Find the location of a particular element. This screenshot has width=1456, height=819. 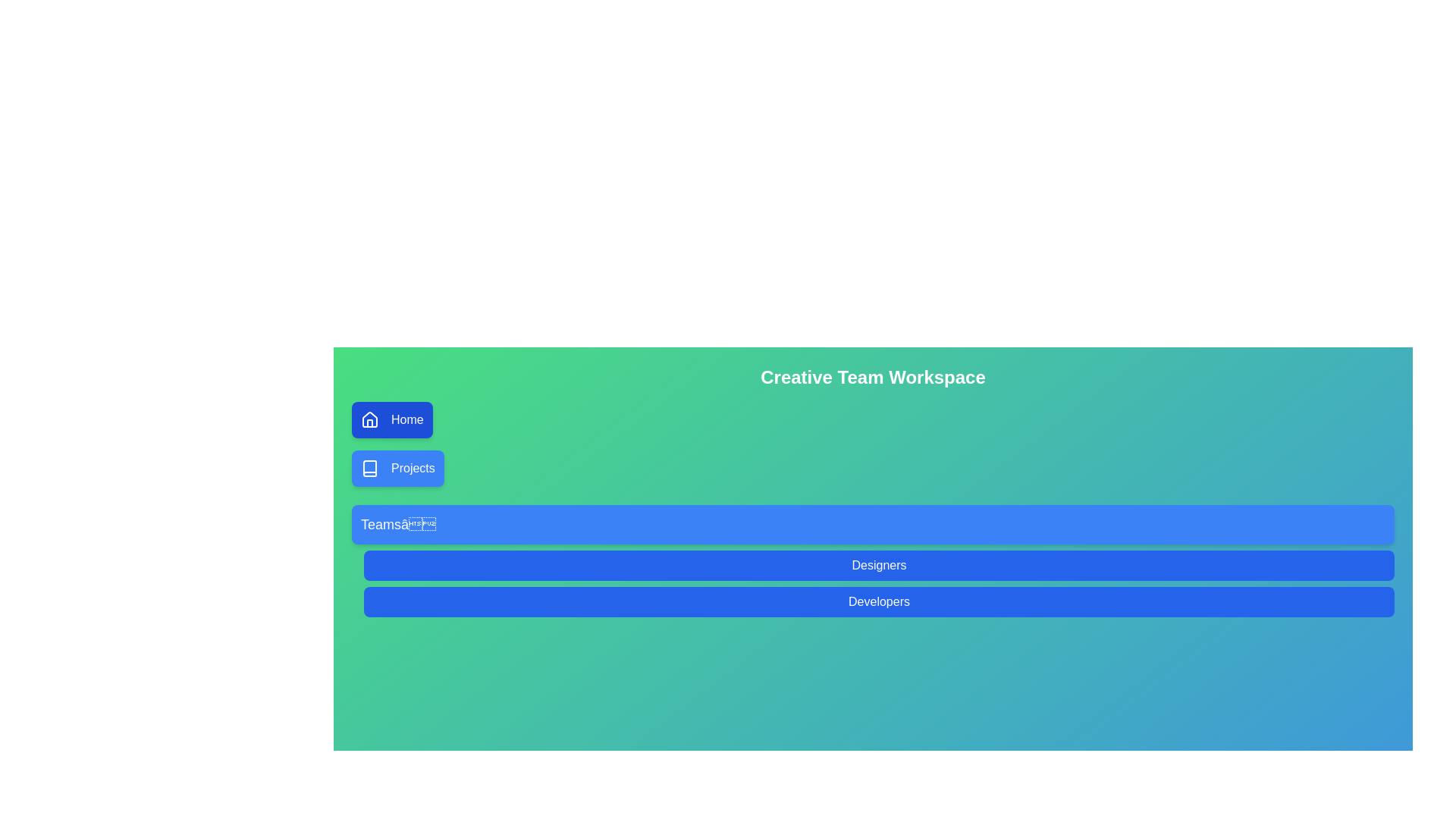

the blue button labeled 'Teams∓' is located at coordinates (873, 523).